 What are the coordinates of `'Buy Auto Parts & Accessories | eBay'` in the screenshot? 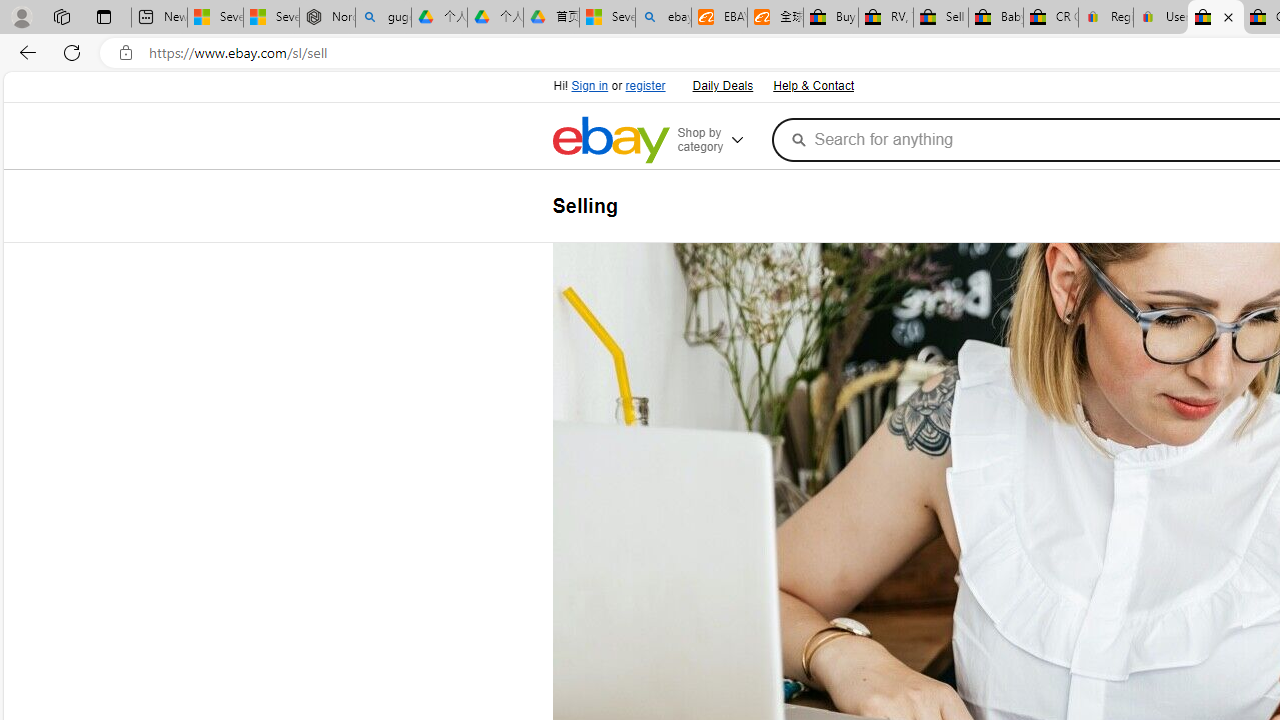 It's located at (830, 17).